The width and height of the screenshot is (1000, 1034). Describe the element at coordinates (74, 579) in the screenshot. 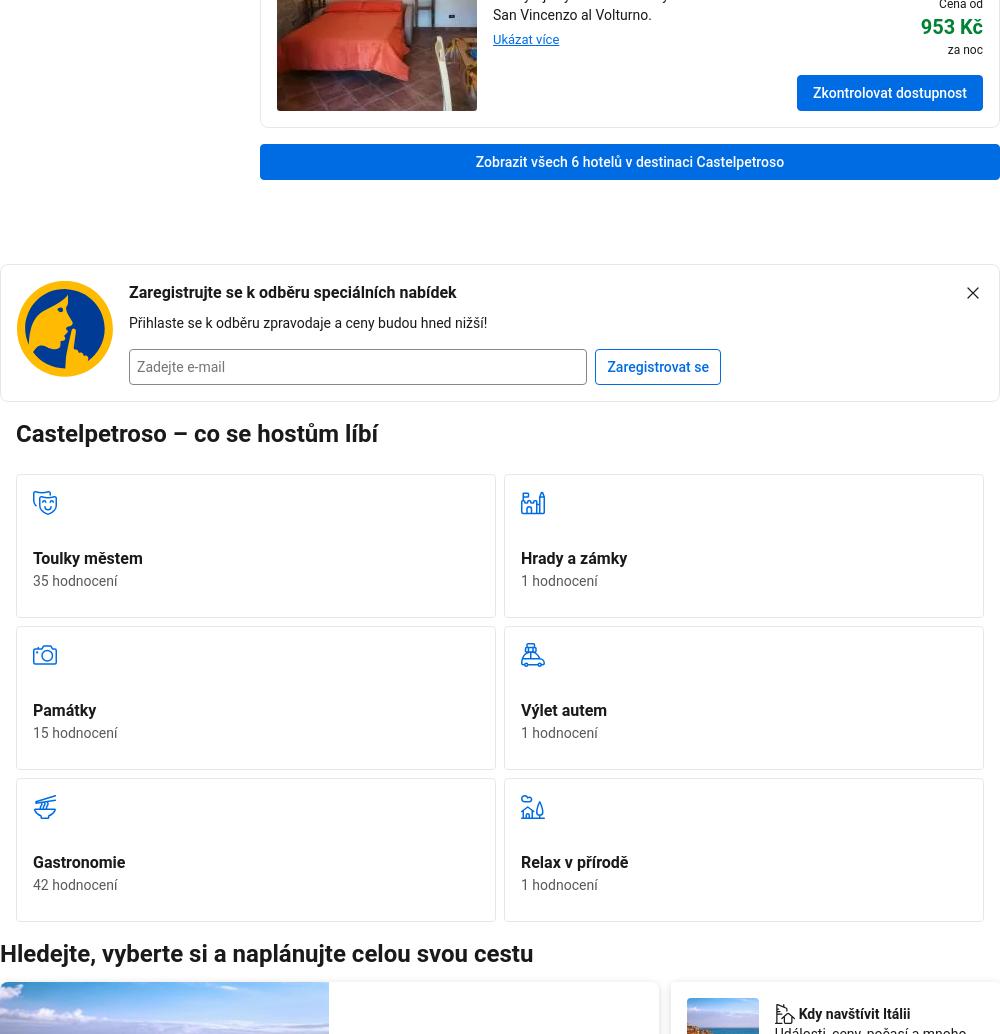

I see `'35 hodnocení'` at that location.